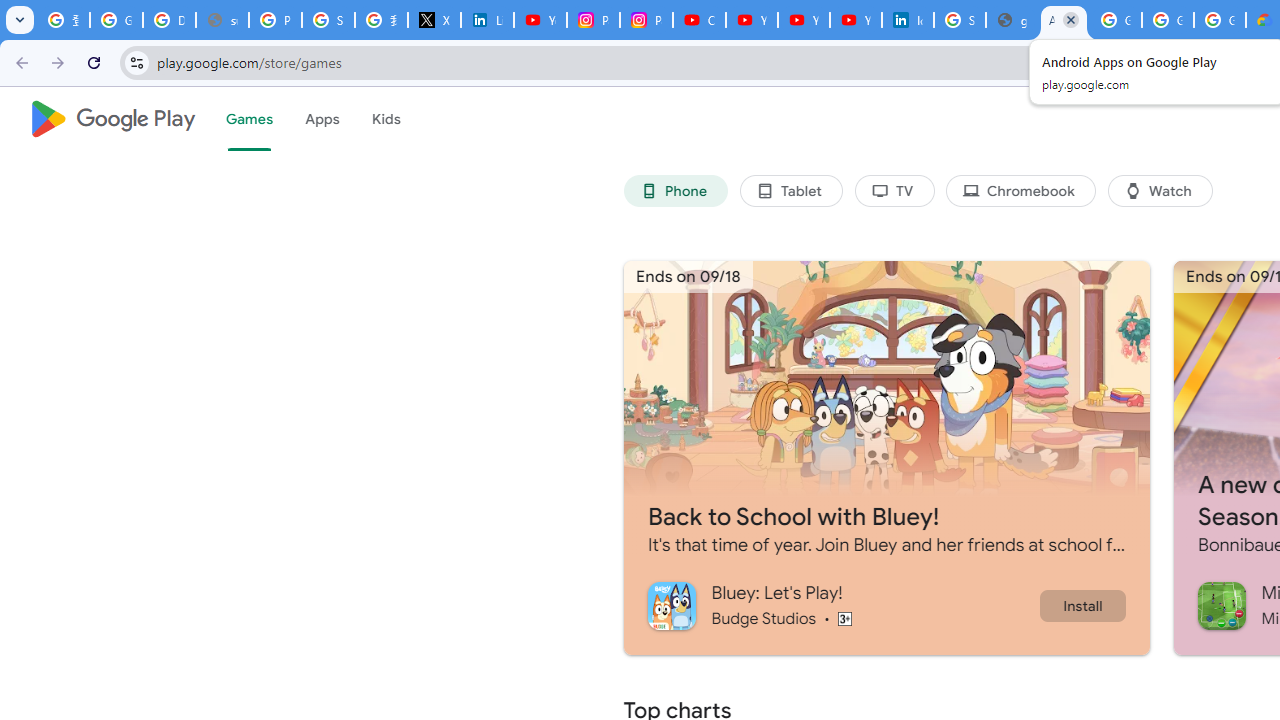 This screenshot has height=720, width=1280. Describe the element at coordinates (1021, 191) in the screenshot. I see `'Chromebook'` at that location.